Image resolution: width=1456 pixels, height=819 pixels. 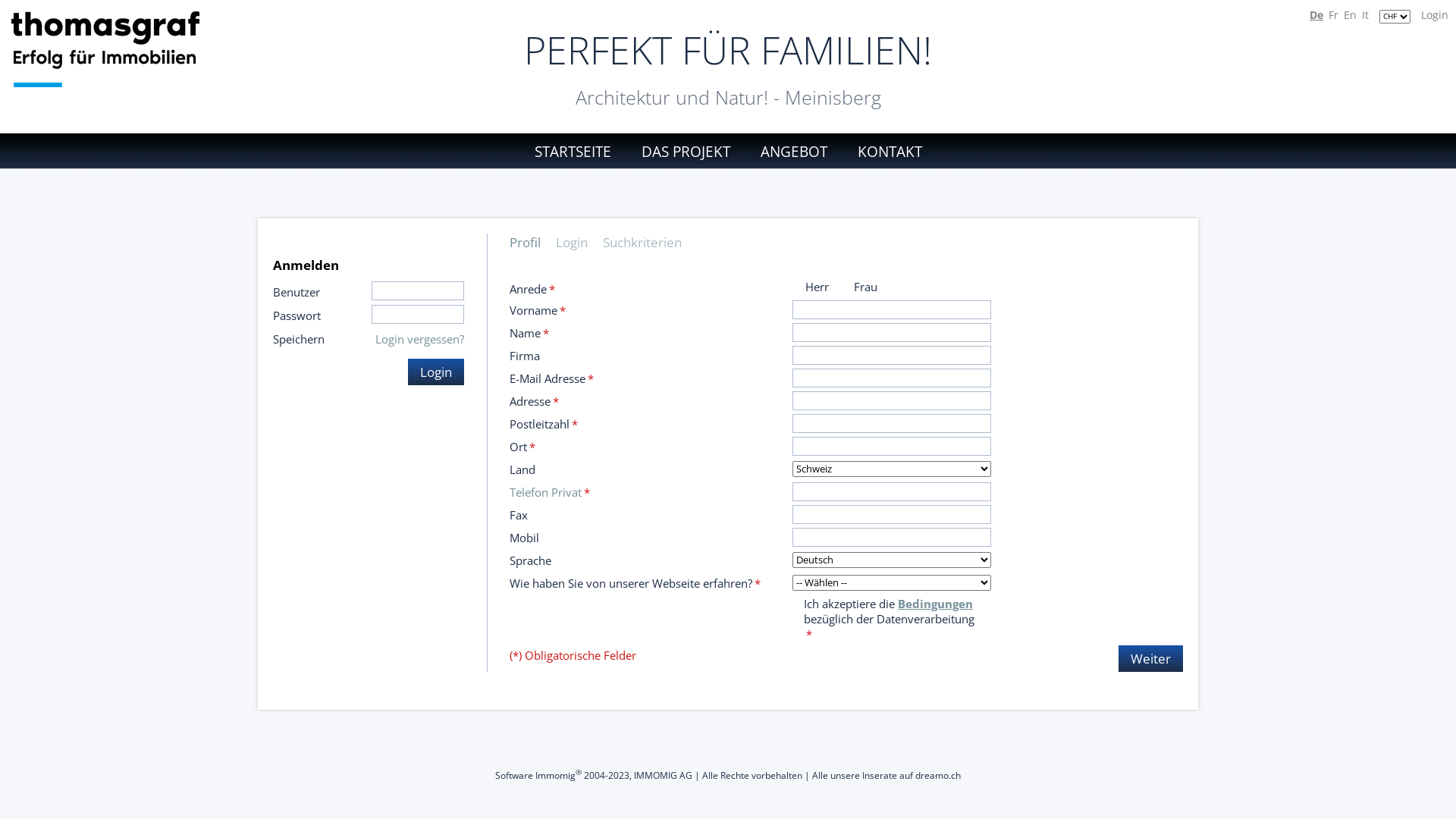 What do you see at coordinates (1420, 14) in the screenshot?
I see `'Login'` at bounding box center [1420, 14].